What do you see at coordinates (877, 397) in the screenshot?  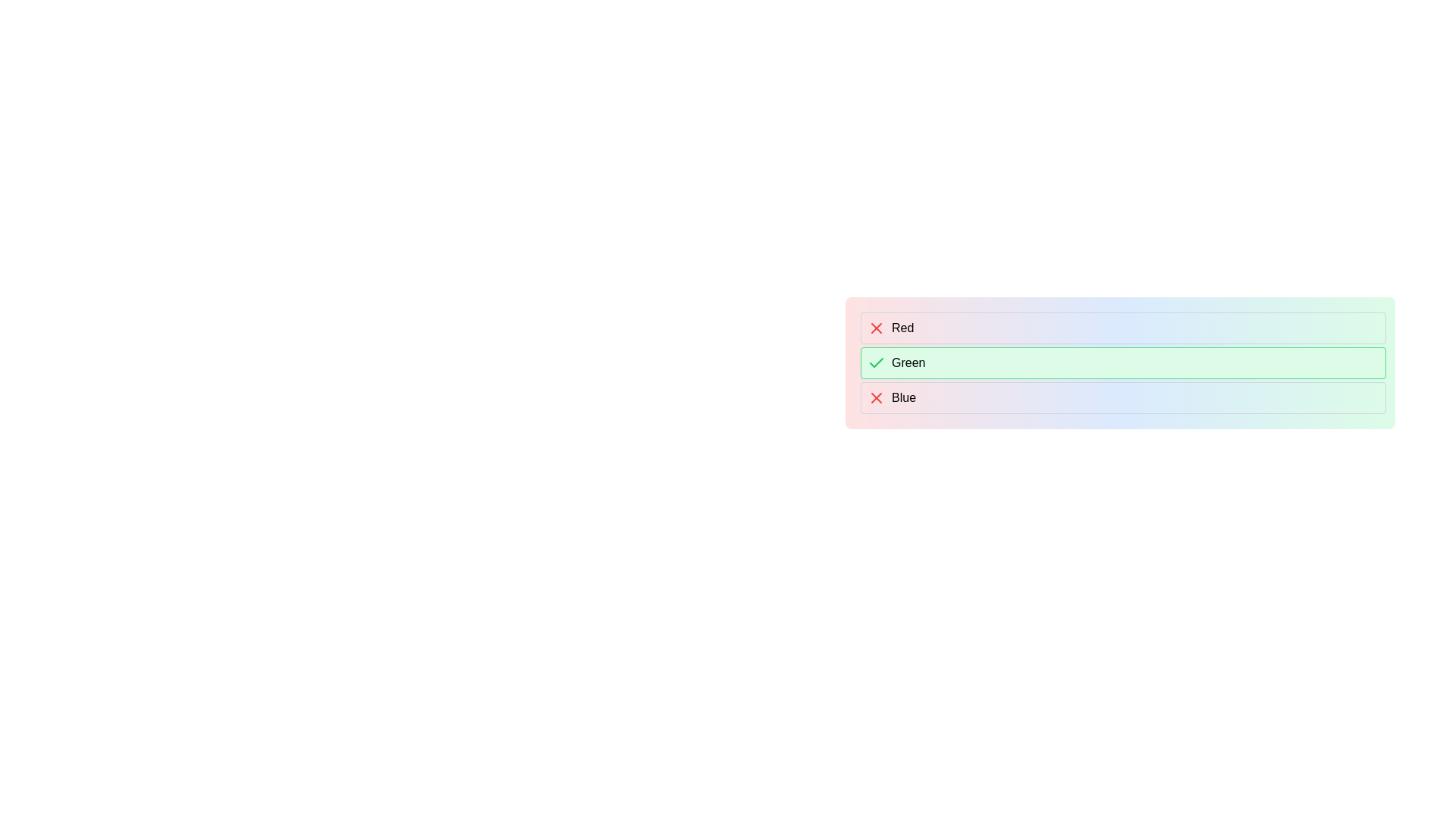 I see `the red 'X' close button located to the left of the word 'Blue' in the 'Blue' option row` at bounding box center [877, 397].